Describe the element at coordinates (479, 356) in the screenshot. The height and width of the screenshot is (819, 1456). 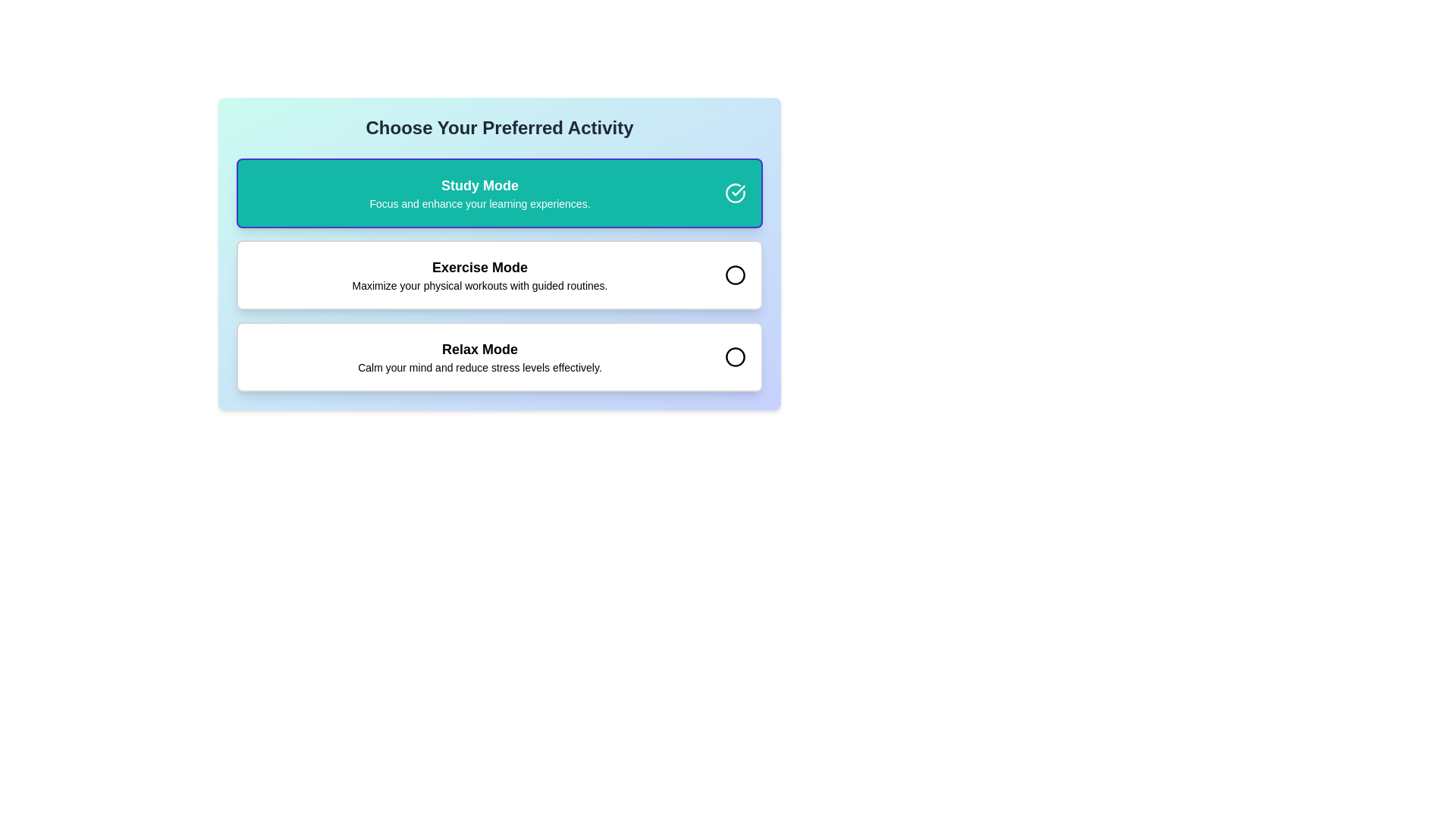
I see `the text block titled 'Relax Mode' which contains the description 'Calm your mind and reduce stress levels effectively.' This element is the third option in a vertical list of activities` at that location.